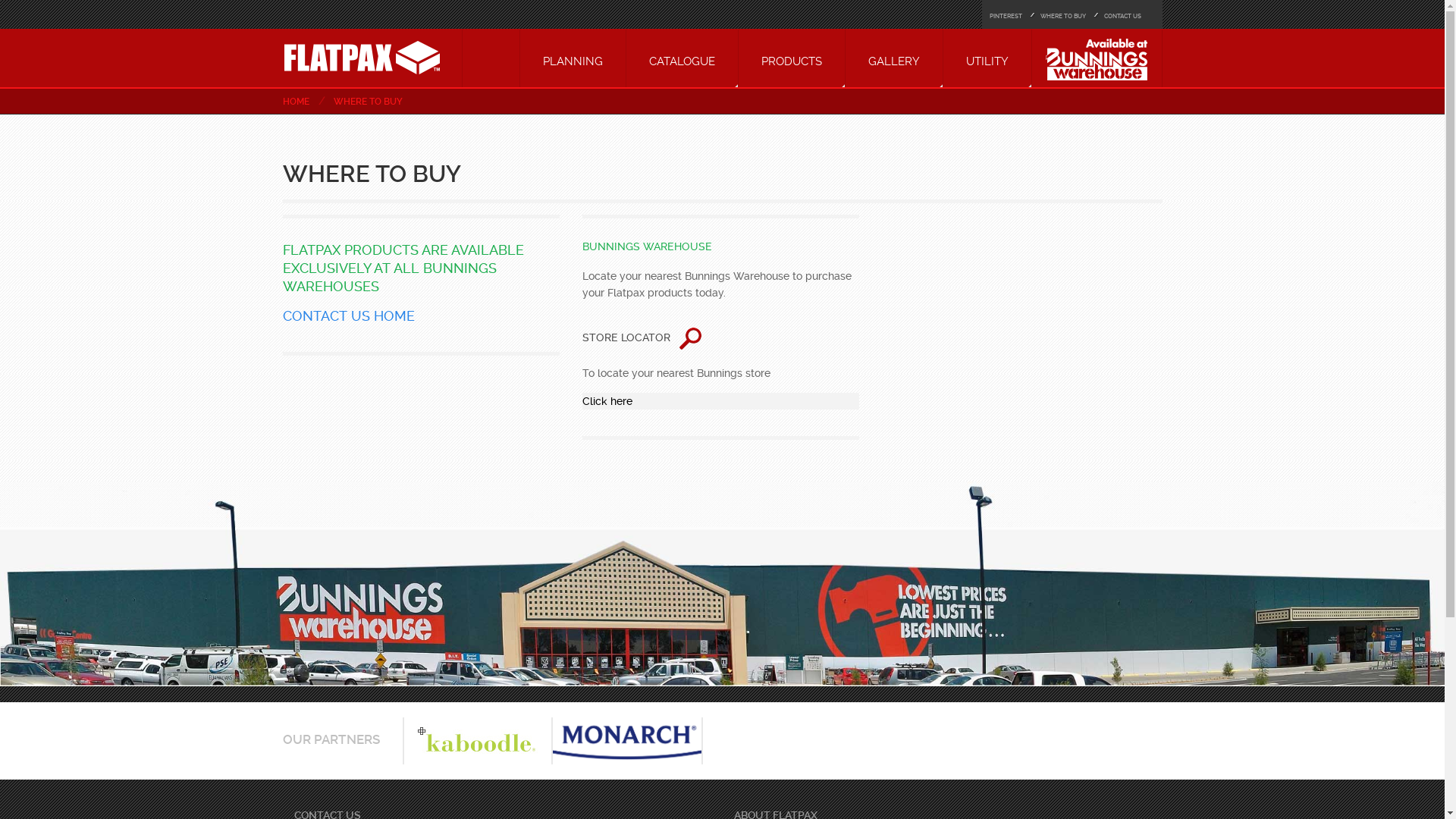 The image size is (1456, 819). I want to click on 'UTILITY', so click(942, 58).